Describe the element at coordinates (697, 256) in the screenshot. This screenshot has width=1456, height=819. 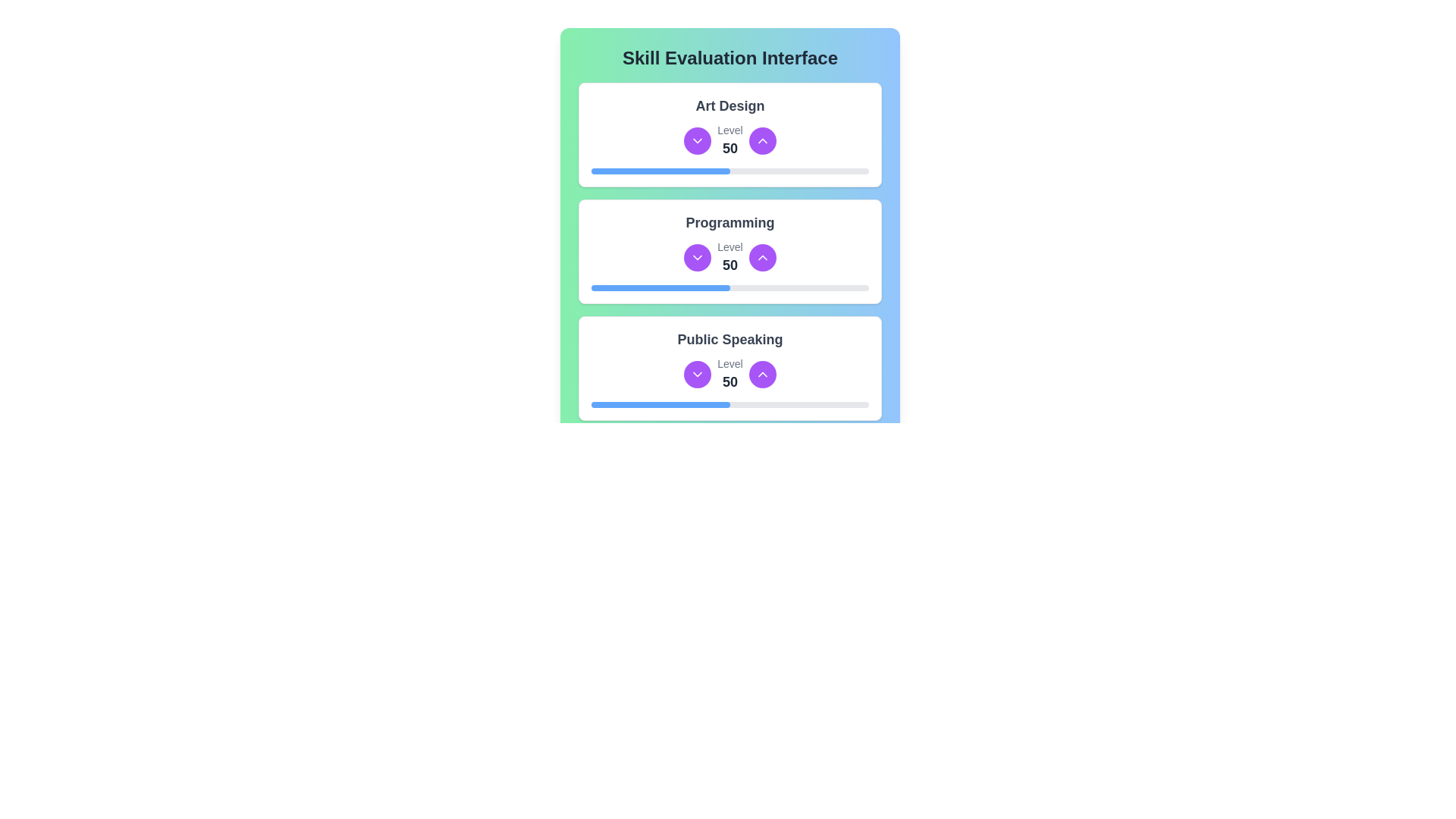
I see `the button with a downward arrow located in the second card labeled 'Programming', positioned to the left of 'Level 50'` at that location.